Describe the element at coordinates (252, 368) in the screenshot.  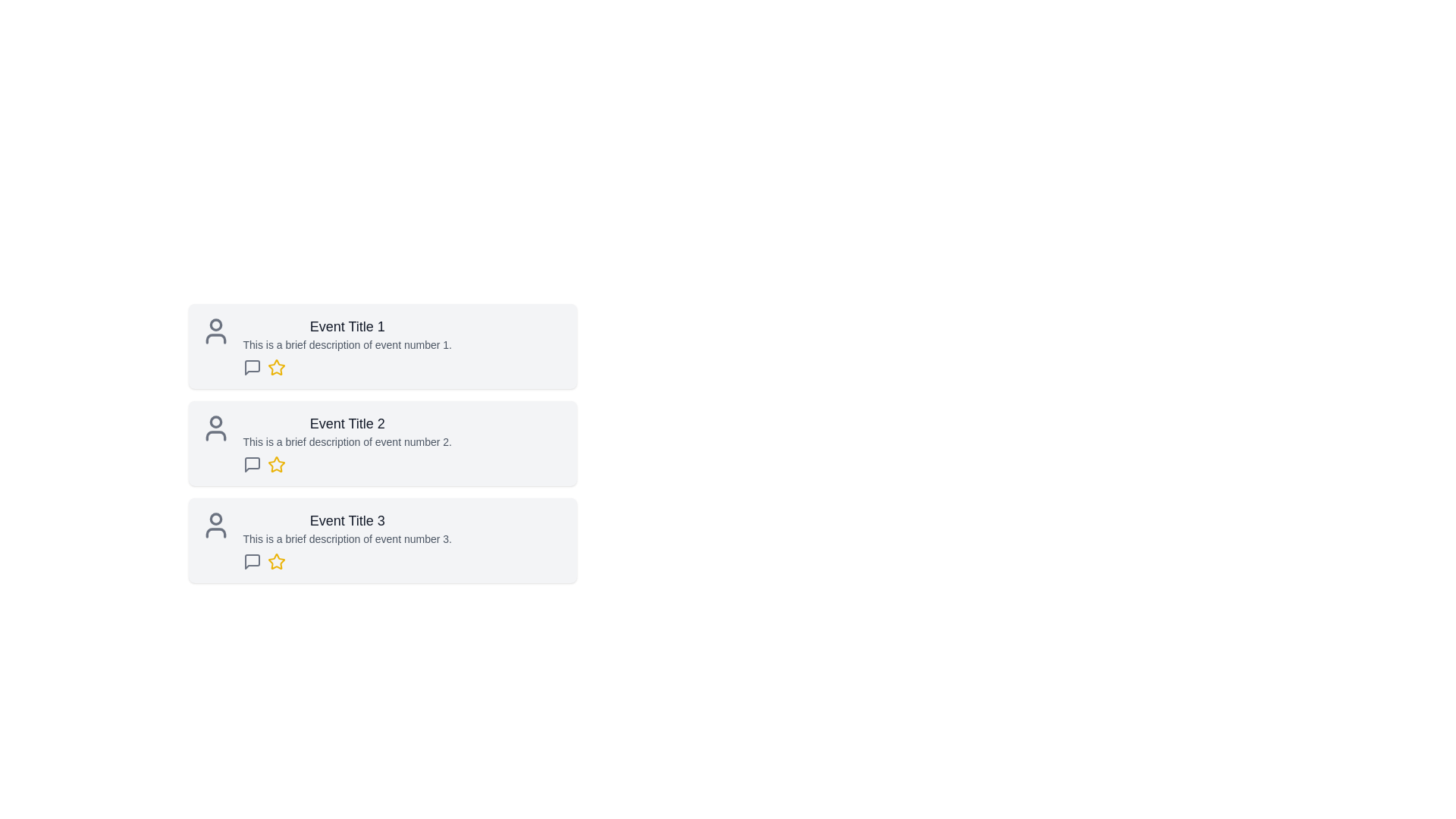
I see `the speech bubble icon representing comments or messages, located within the interactive panel for 'Event Title 1', in the first row of the event list, to the left of the star icon` at that location.